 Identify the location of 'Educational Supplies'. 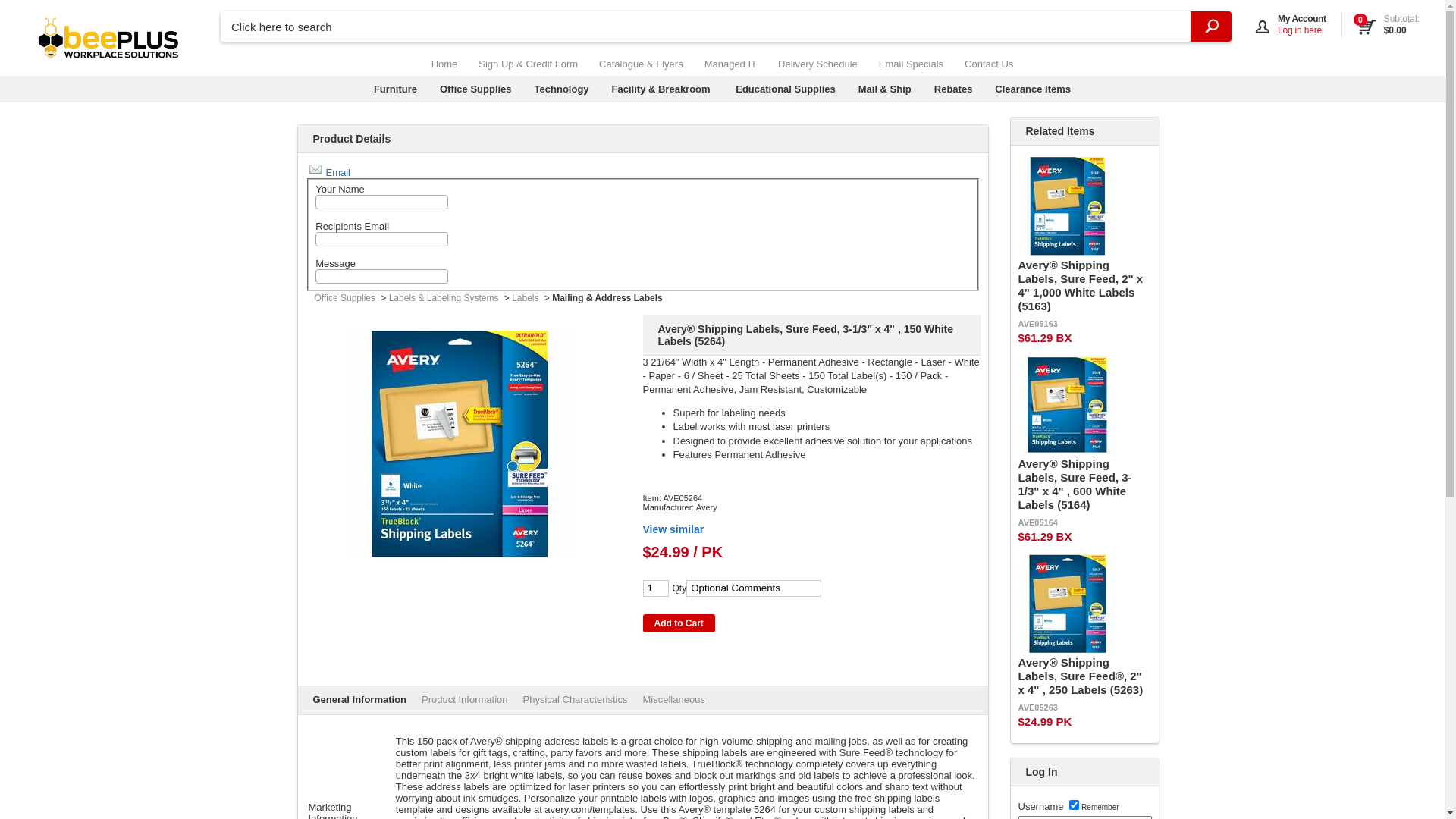
(723, 89).